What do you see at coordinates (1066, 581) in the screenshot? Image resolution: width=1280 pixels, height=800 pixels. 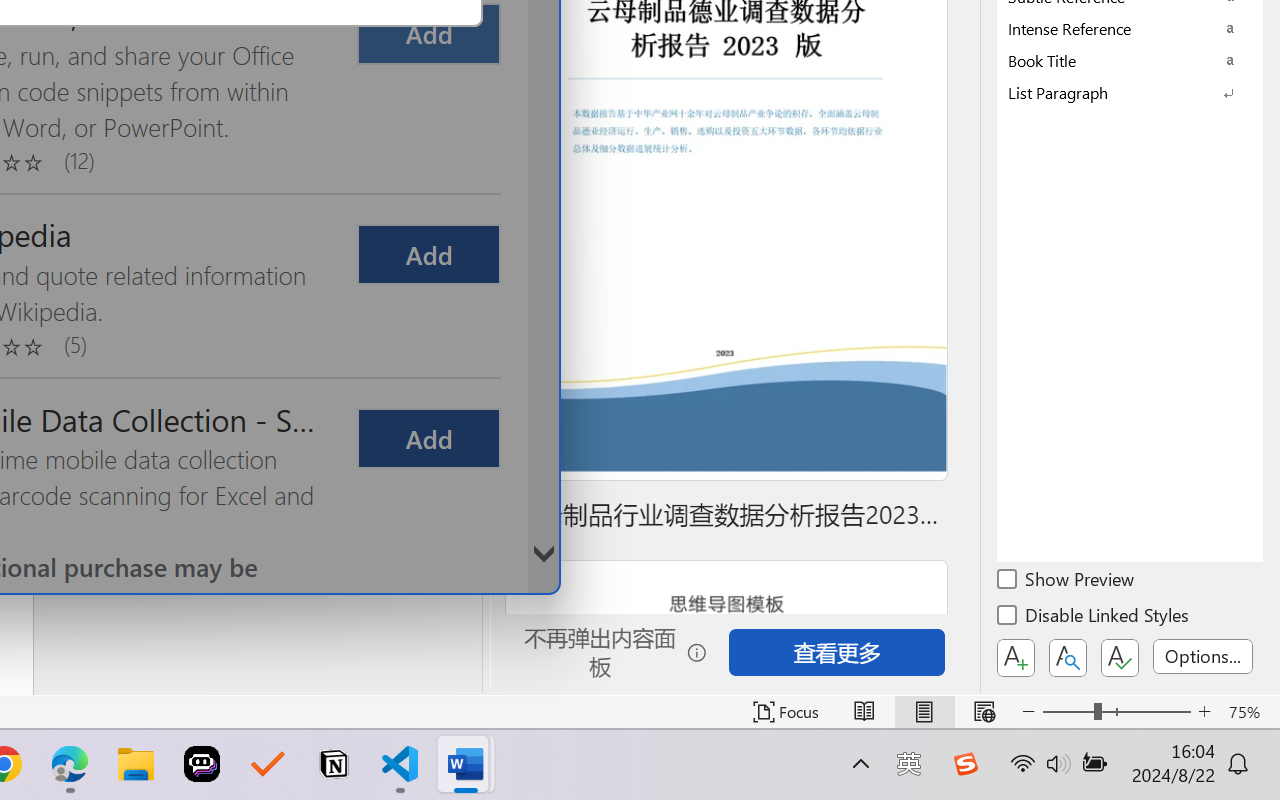 I see `'Show Preview'` at bounding box center [1066, 581].